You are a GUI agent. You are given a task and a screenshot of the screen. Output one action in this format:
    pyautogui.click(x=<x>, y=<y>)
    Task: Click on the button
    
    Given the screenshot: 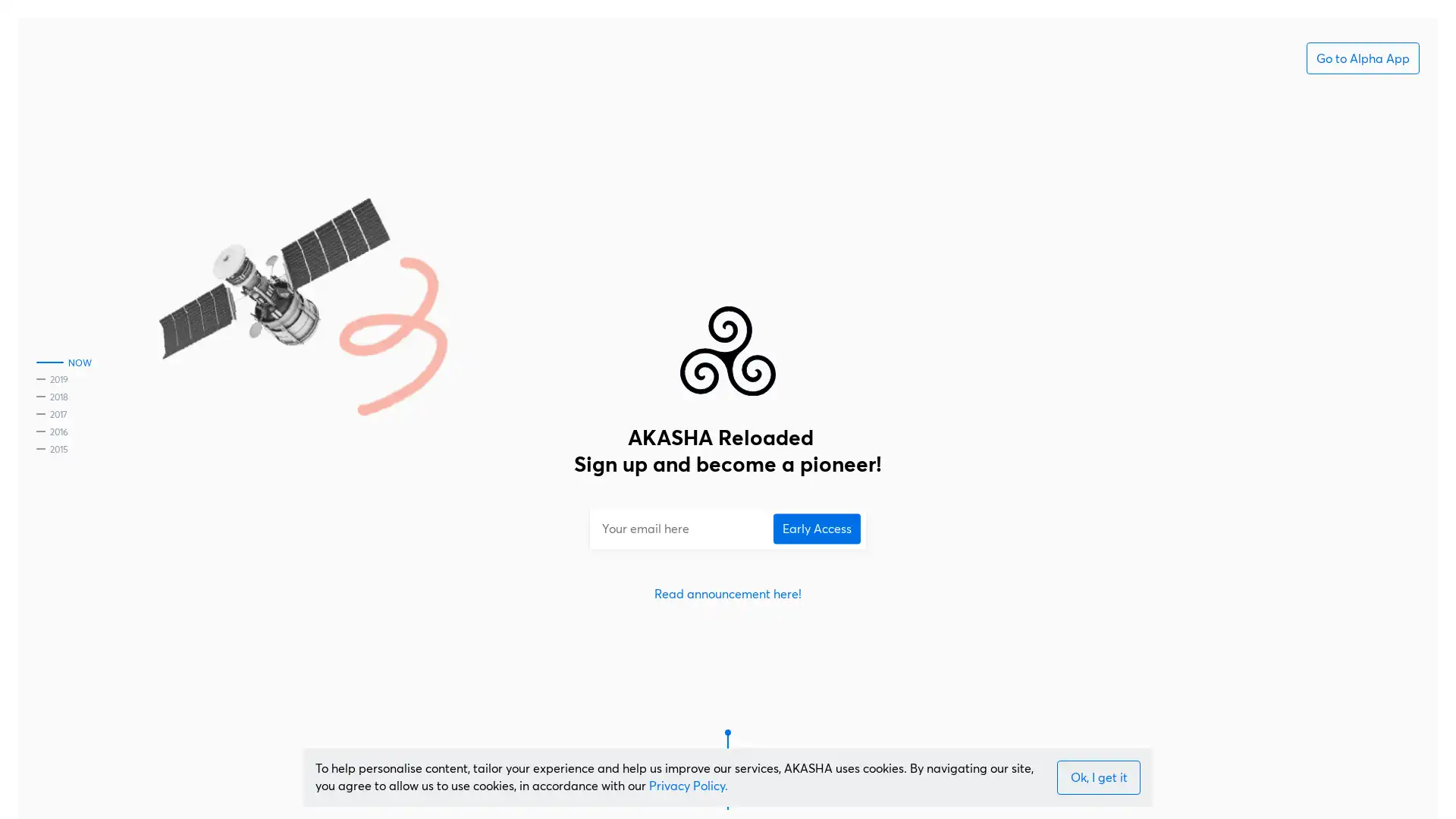 What is the action you would take?
    pyautogui.click(x=1099, y=777)
    